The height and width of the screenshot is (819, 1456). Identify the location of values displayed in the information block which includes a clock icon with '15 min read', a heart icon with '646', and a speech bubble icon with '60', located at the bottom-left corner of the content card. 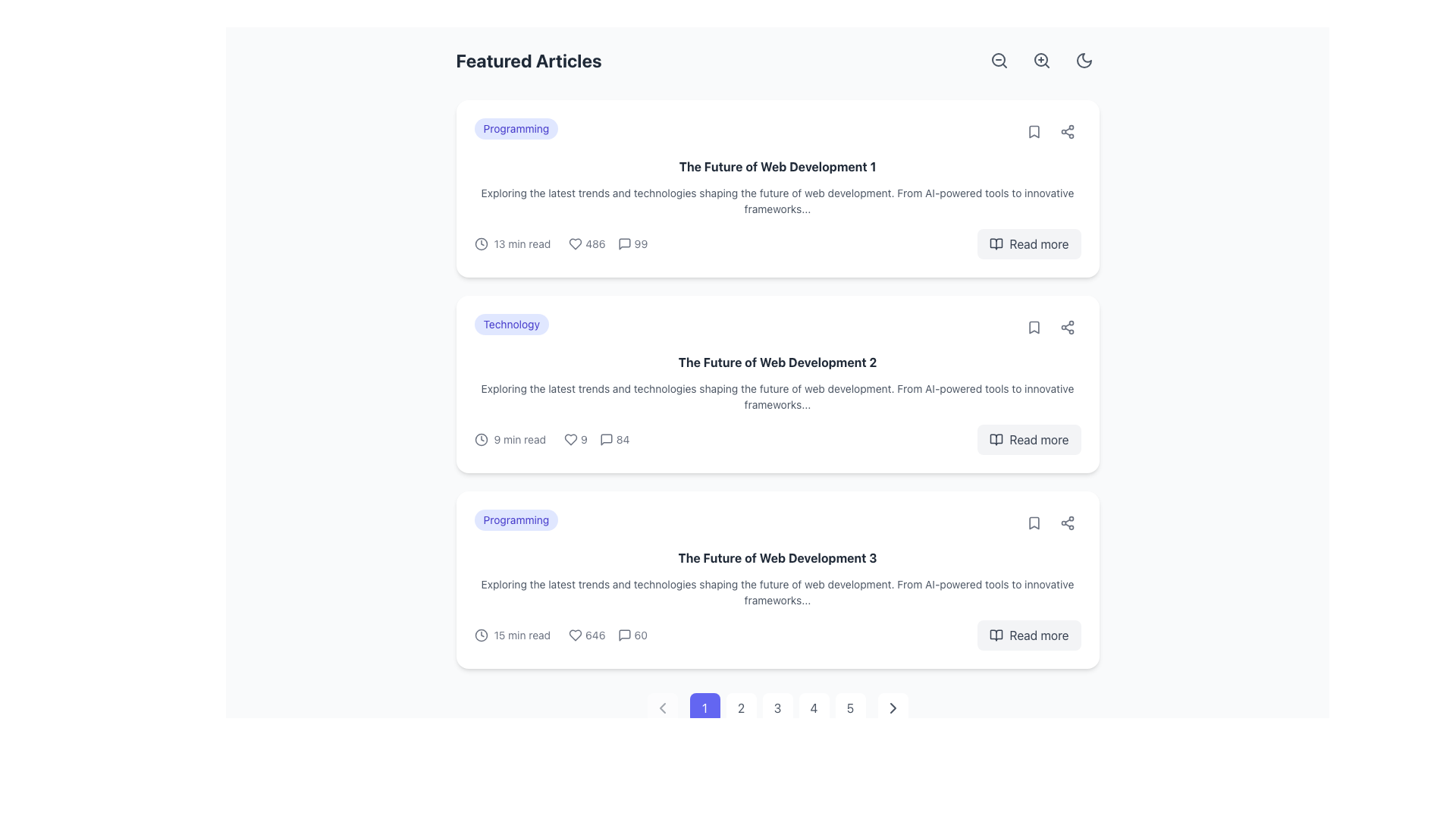
(560, 635).